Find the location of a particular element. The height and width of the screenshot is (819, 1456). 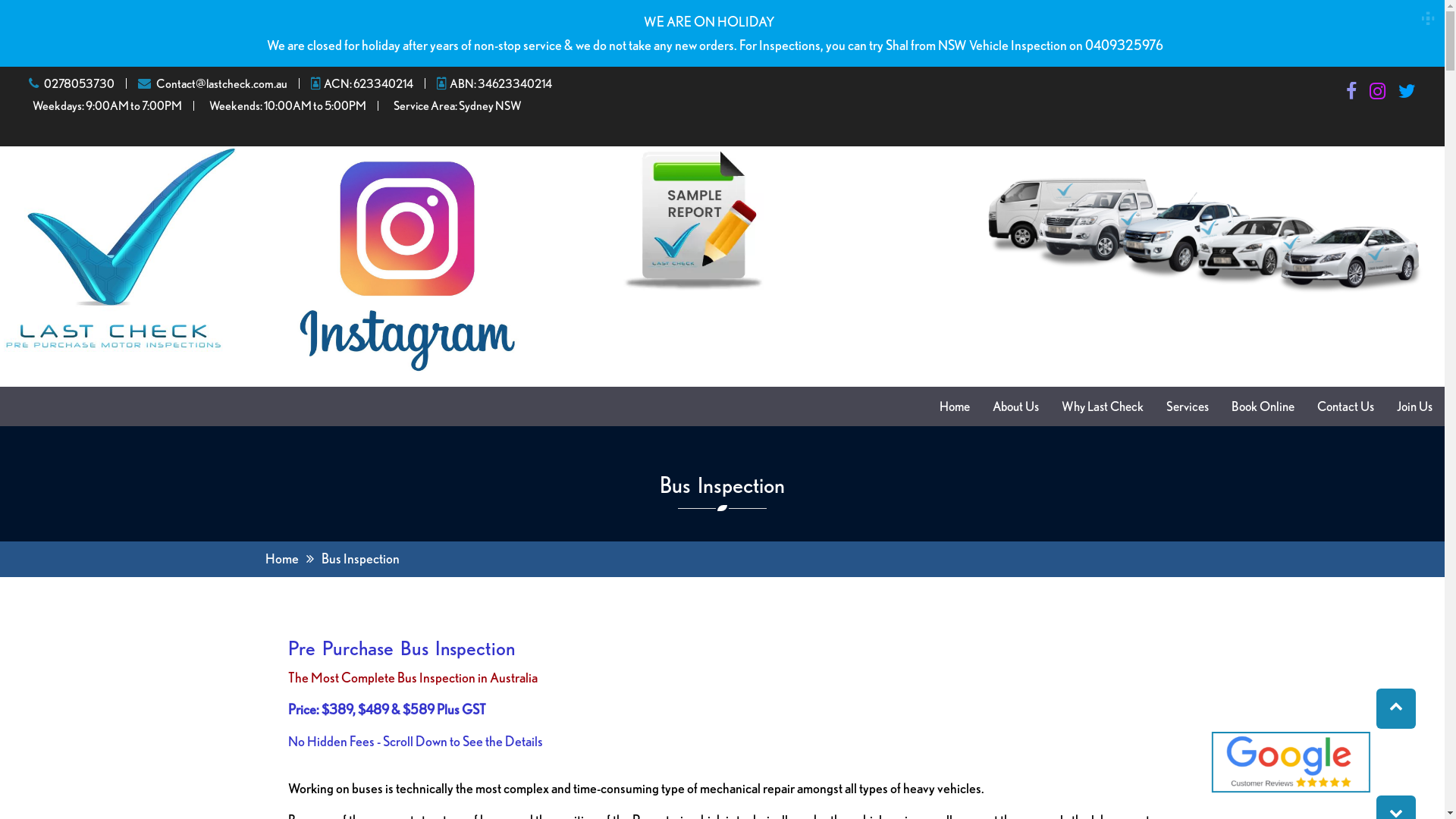

'Join Us' is located at coordinates (1414, 406).